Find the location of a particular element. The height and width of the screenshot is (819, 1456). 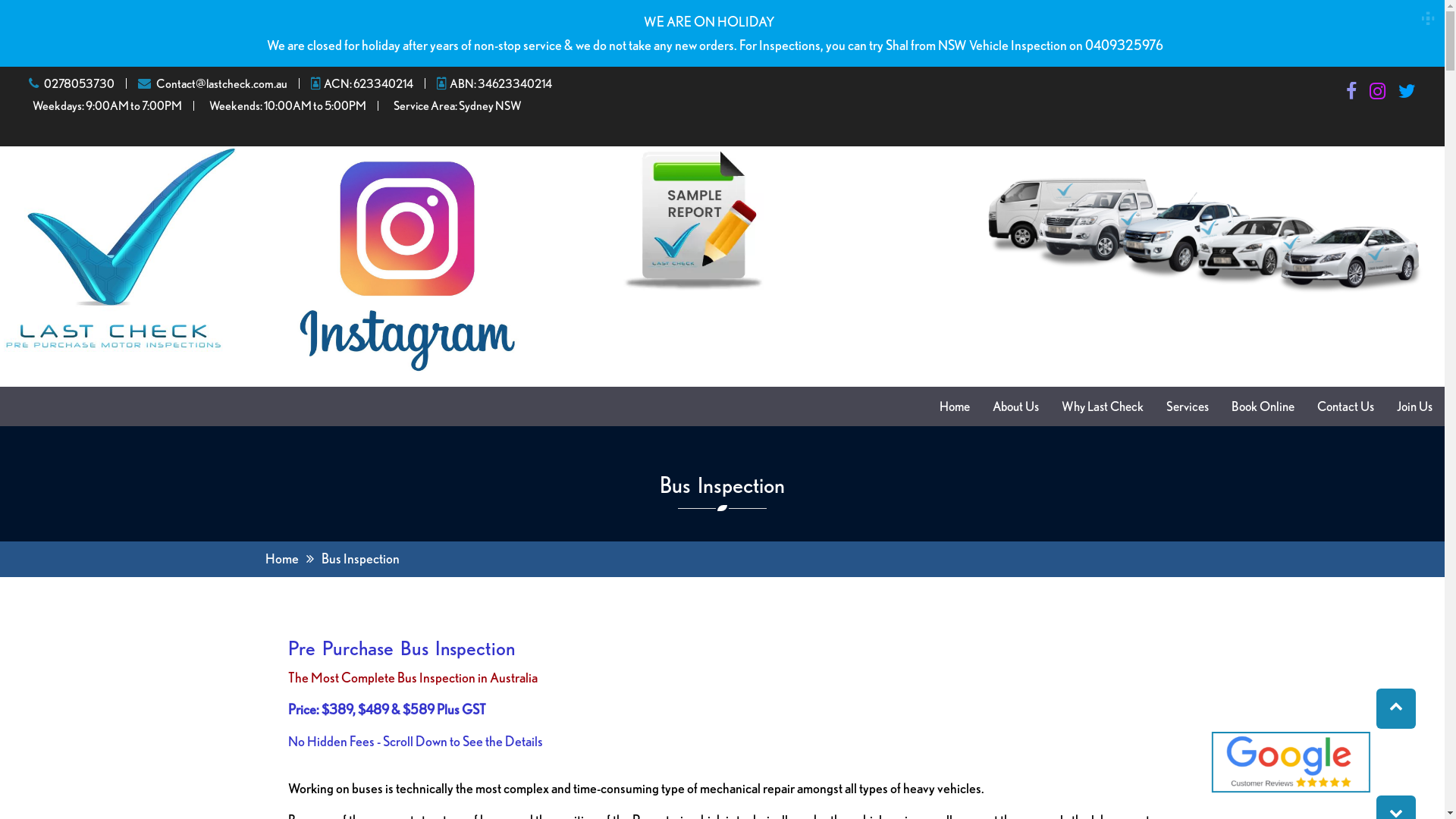

'Join Us' is located at coordinates (1414, 406).